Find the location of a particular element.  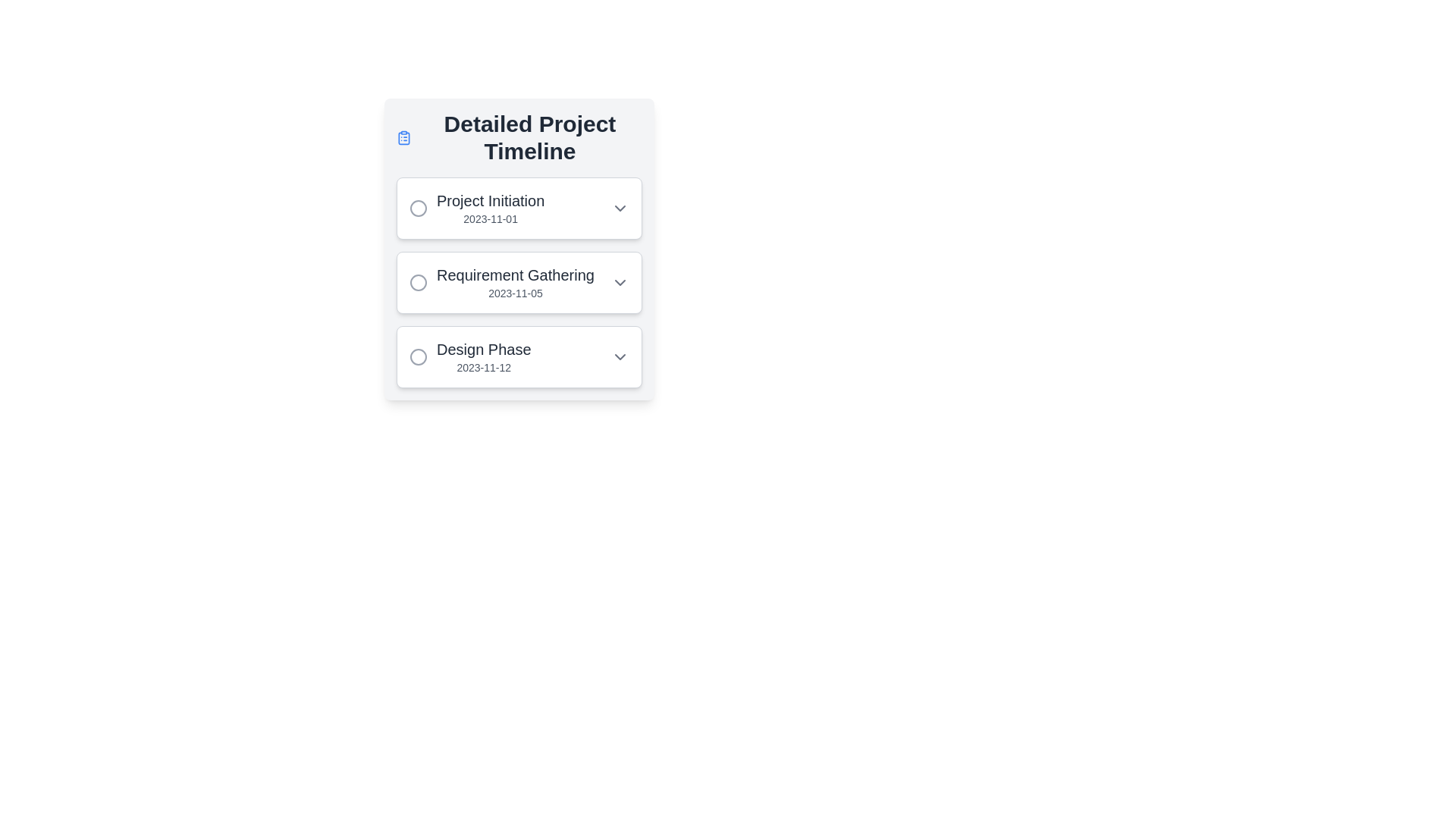

displayed date '2023-11-01' from the text label located directly under the 'Project Initiation' label in the 'Detailed Project Timeline' interface is located at coordinates (491, 219).